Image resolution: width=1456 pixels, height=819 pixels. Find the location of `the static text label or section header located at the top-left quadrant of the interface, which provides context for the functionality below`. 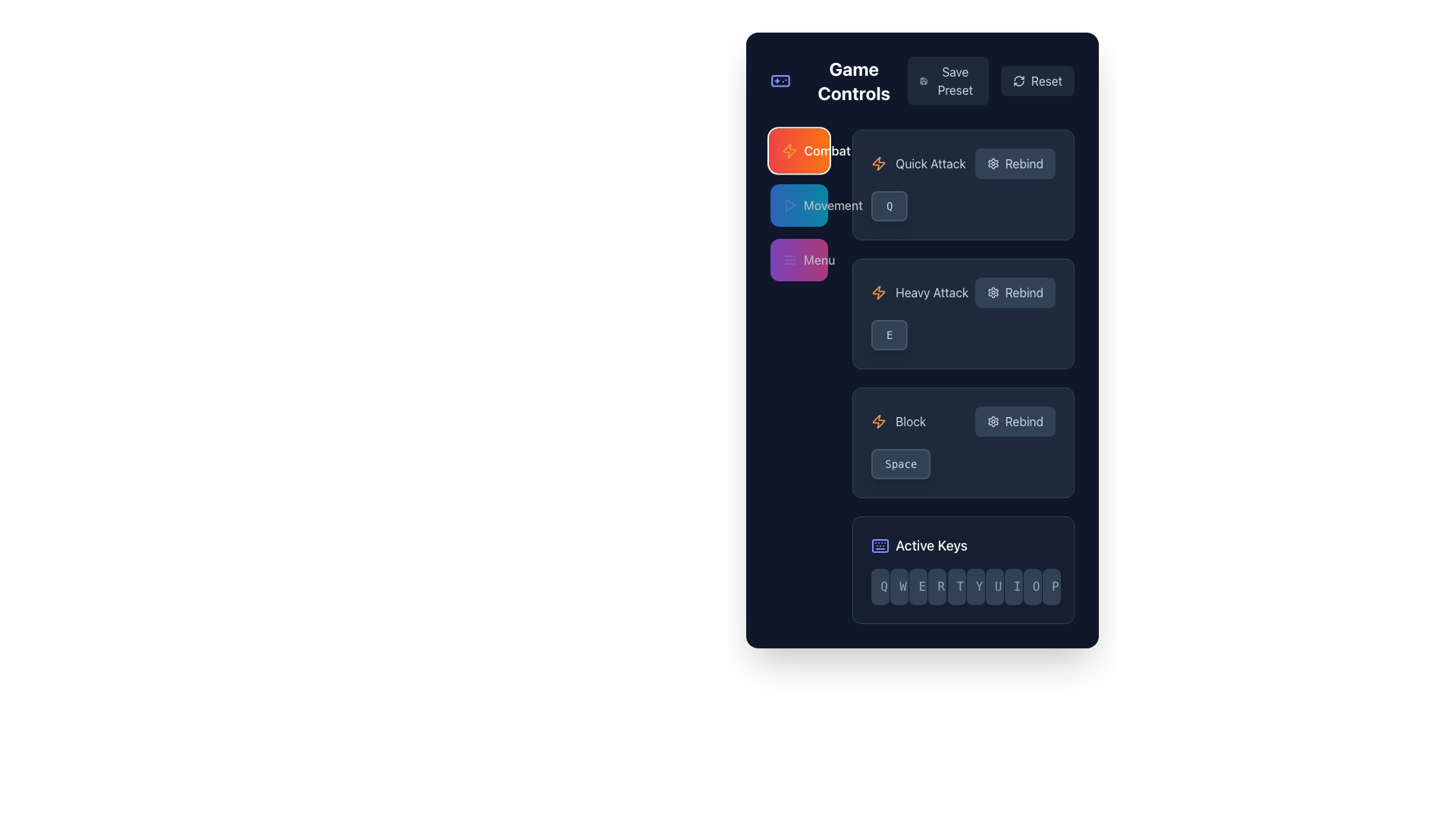

the static text label or section header located at the top-left quadrant of the interface, which provides context for the functionality below is located at coordinates (854, 81).